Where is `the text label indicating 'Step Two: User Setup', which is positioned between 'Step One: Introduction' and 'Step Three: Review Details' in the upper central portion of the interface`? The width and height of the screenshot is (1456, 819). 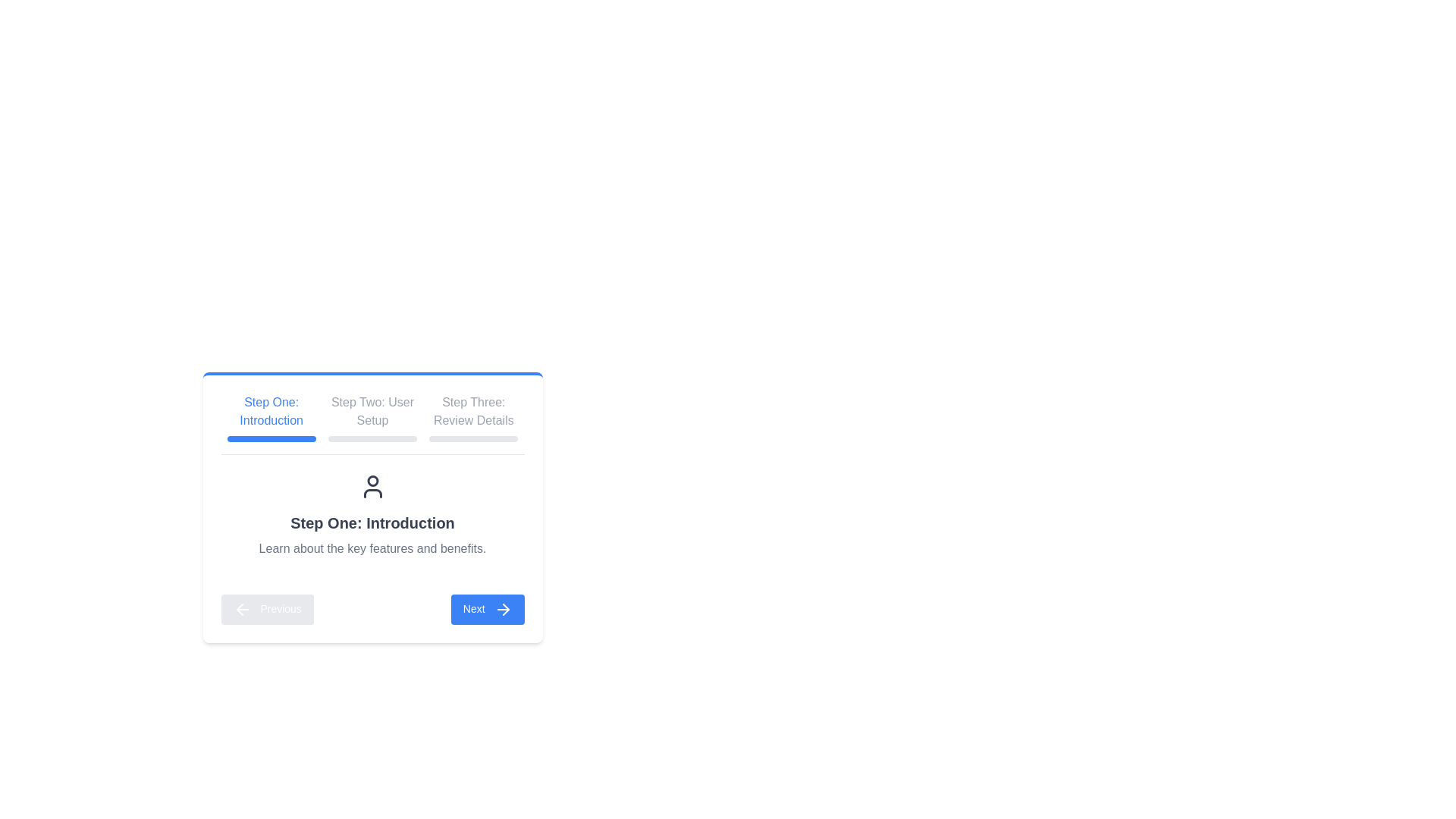
the text label indicating 'Step Two: User Setup', which is positioned between 'Step One: Introduction' and 'Step Three: Review Details' in the upper central portion of the interface is located at coordinates (372, 412).